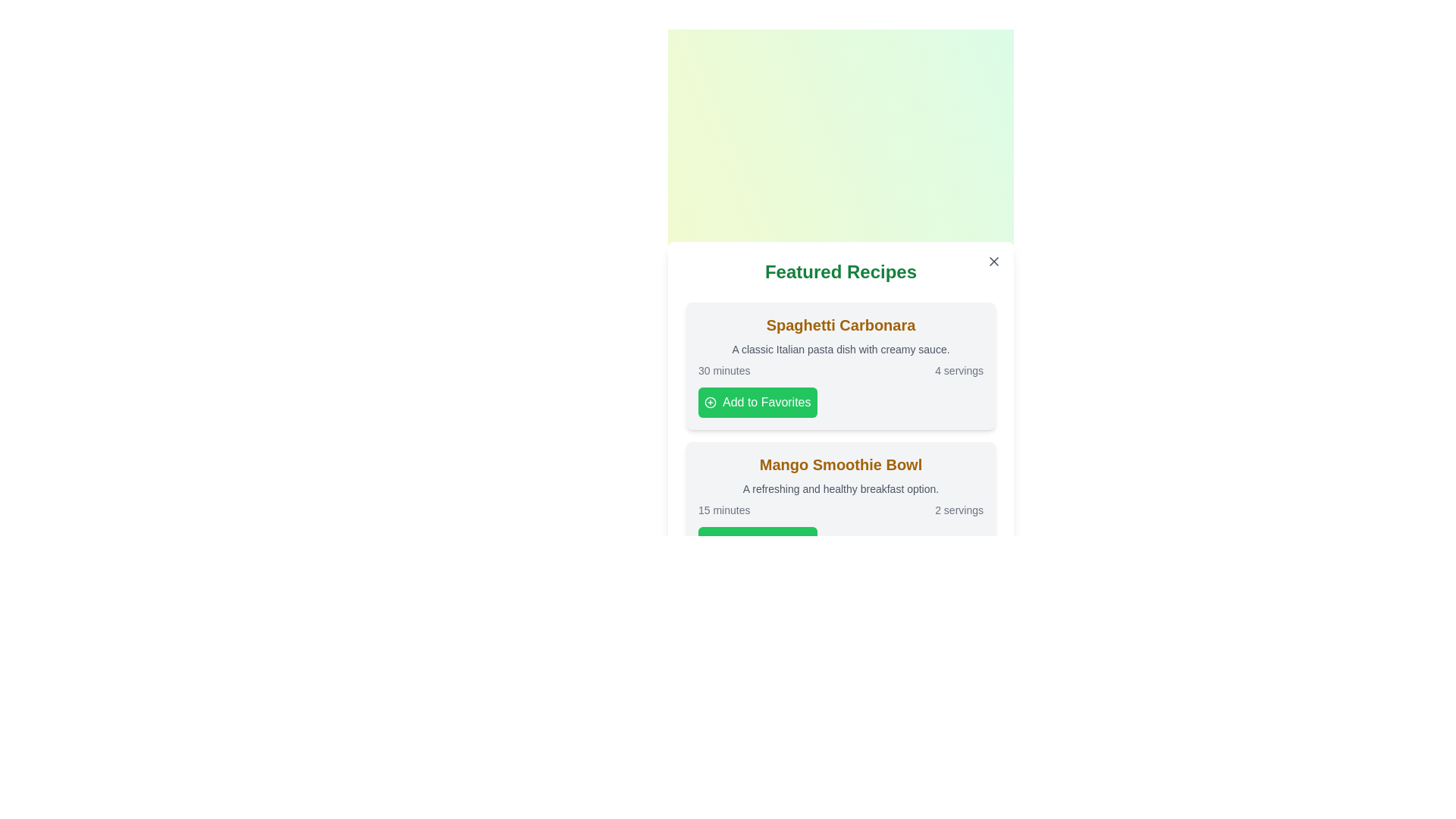 The height and width of the screenshot is (819, 1456). What do you see at coordinates (758, 541) in the screenshot?
I see `the button located at the bottom of the mango smoothie bowl recipe card` at bounding box center [758, 541].